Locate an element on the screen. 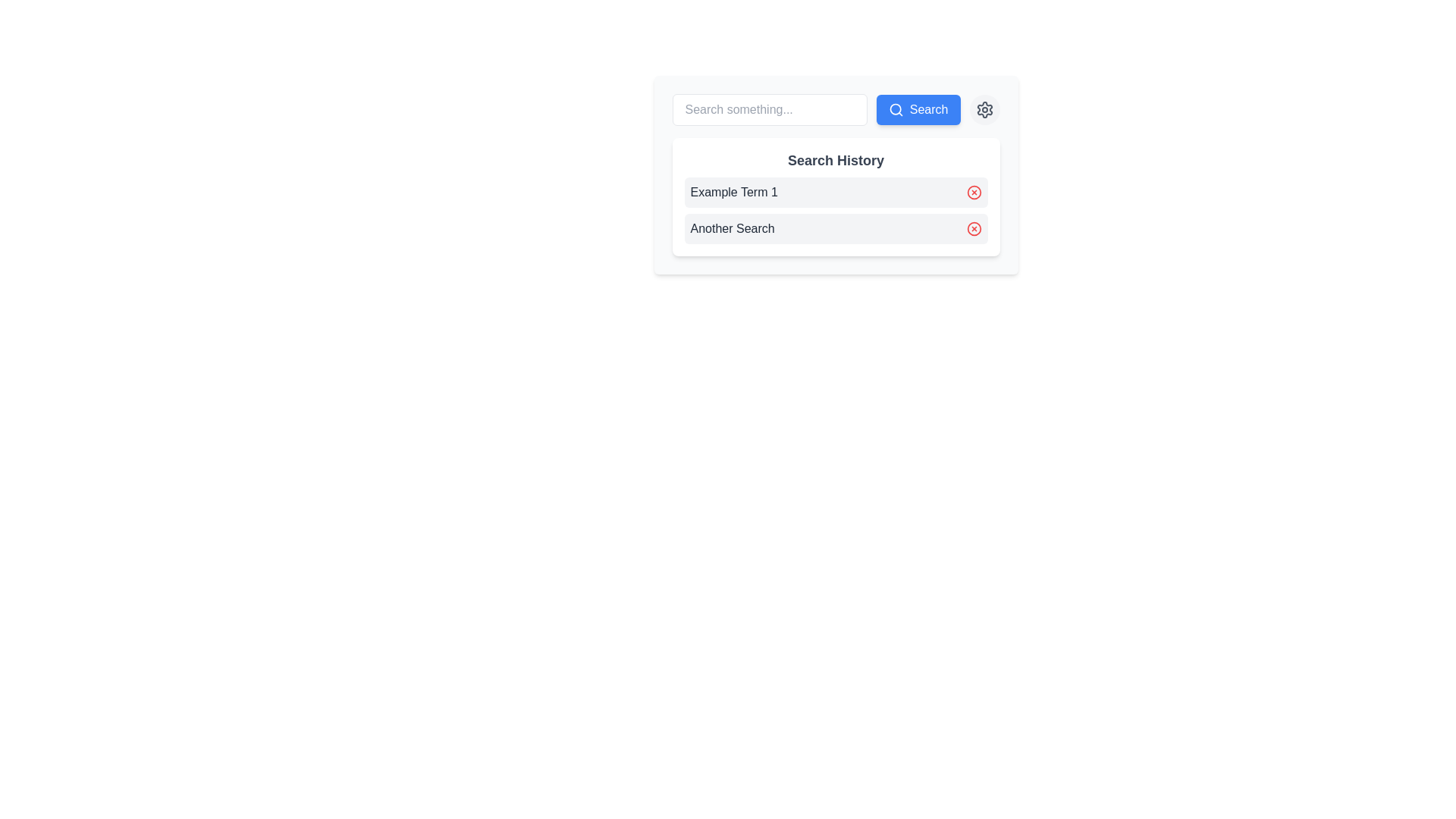 The height and width of the screenshot is (819, 1456). text label indicating the purpose of the content below it, which relates to search history, located at the top of the card-like section is located at coordinates (835, 161).